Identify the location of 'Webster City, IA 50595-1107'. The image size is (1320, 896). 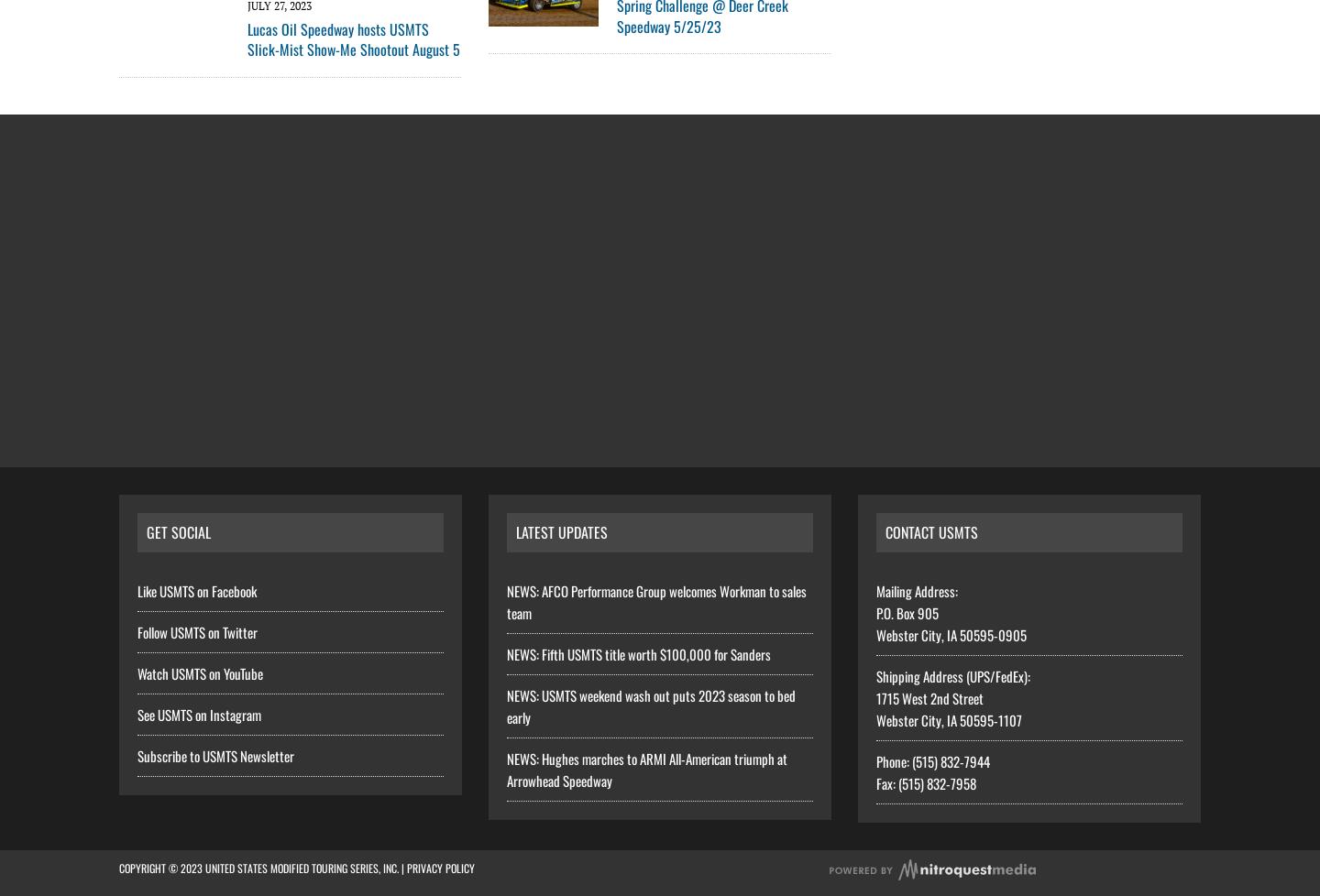
(949, 718).